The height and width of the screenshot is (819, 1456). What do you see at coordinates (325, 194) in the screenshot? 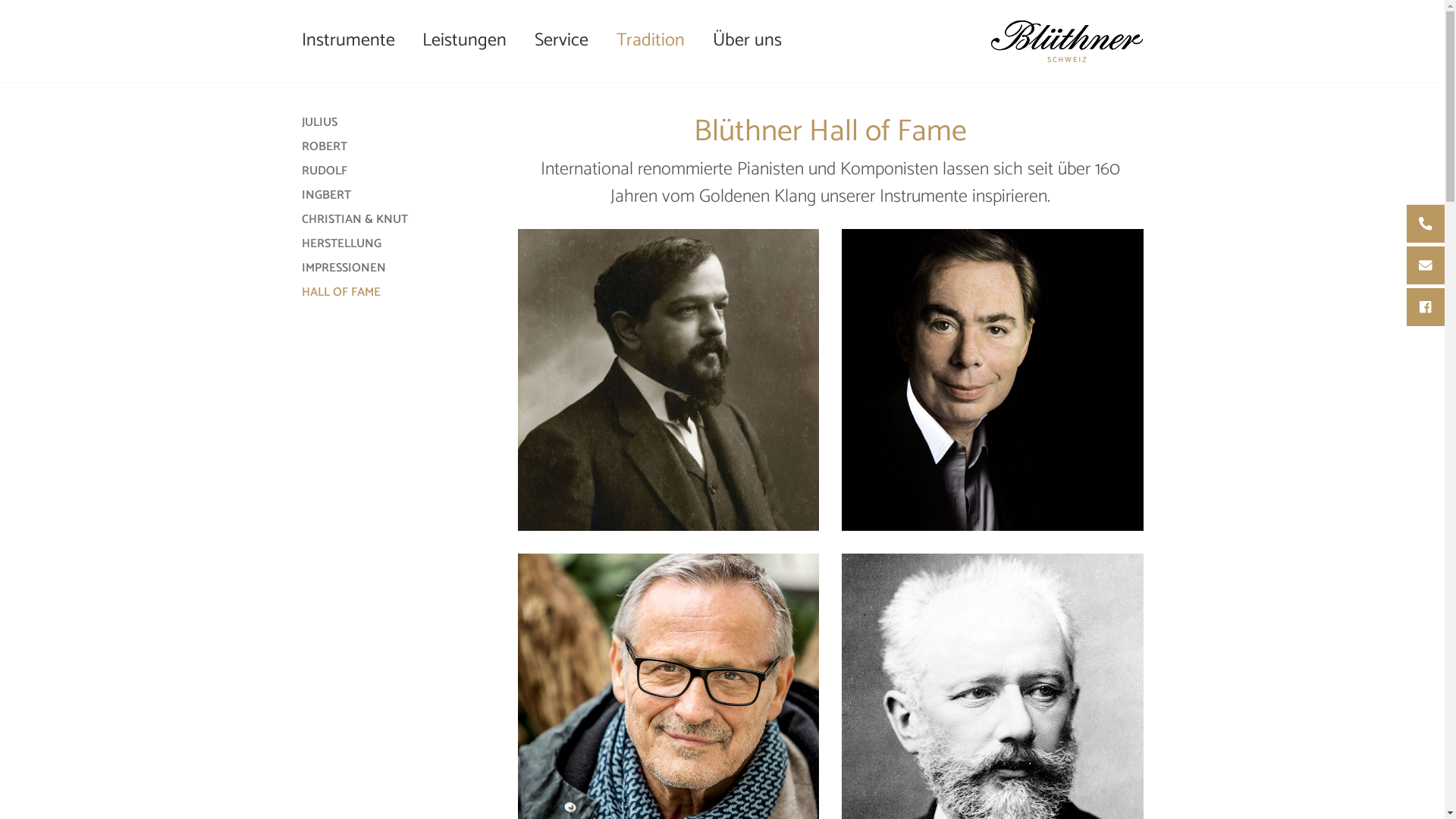
I see `'INGBERT'` at bounding box center [325, 194].